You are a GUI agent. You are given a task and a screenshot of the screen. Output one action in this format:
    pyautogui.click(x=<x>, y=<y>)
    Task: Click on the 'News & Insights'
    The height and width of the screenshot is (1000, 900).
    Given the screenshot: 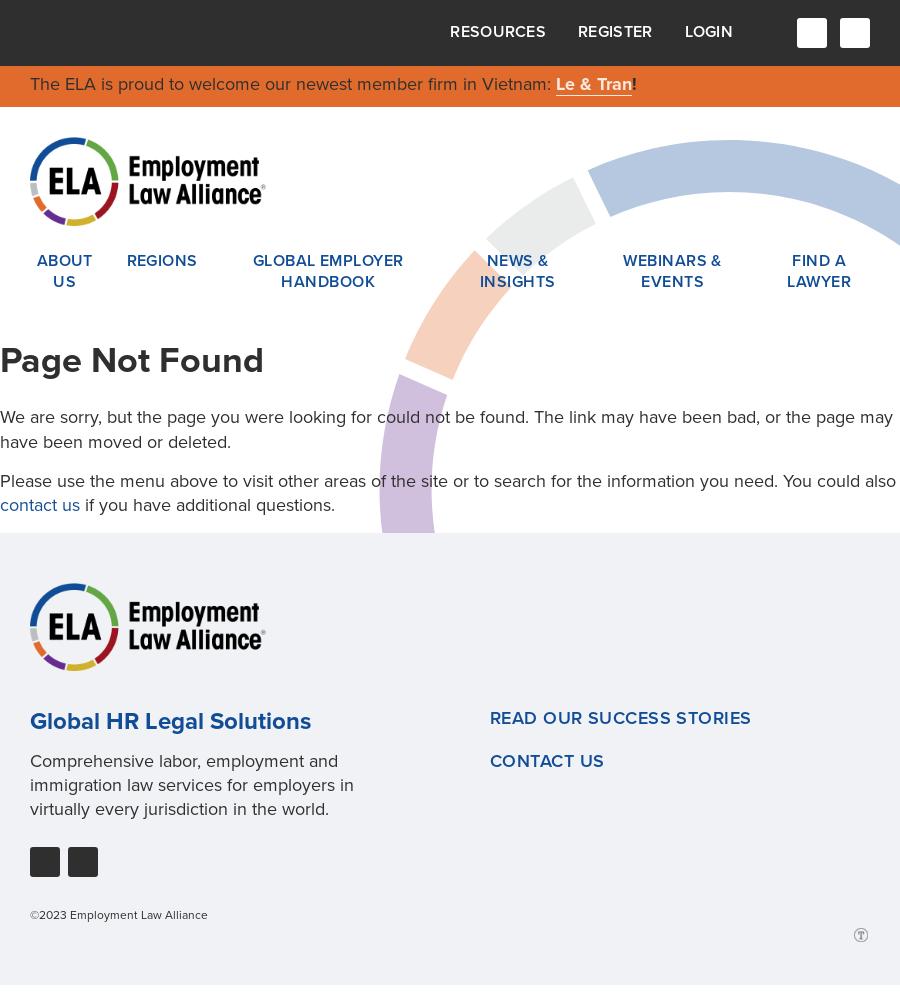 What is the action you would take?
    pyautogui.click(x=477, y=271)
    